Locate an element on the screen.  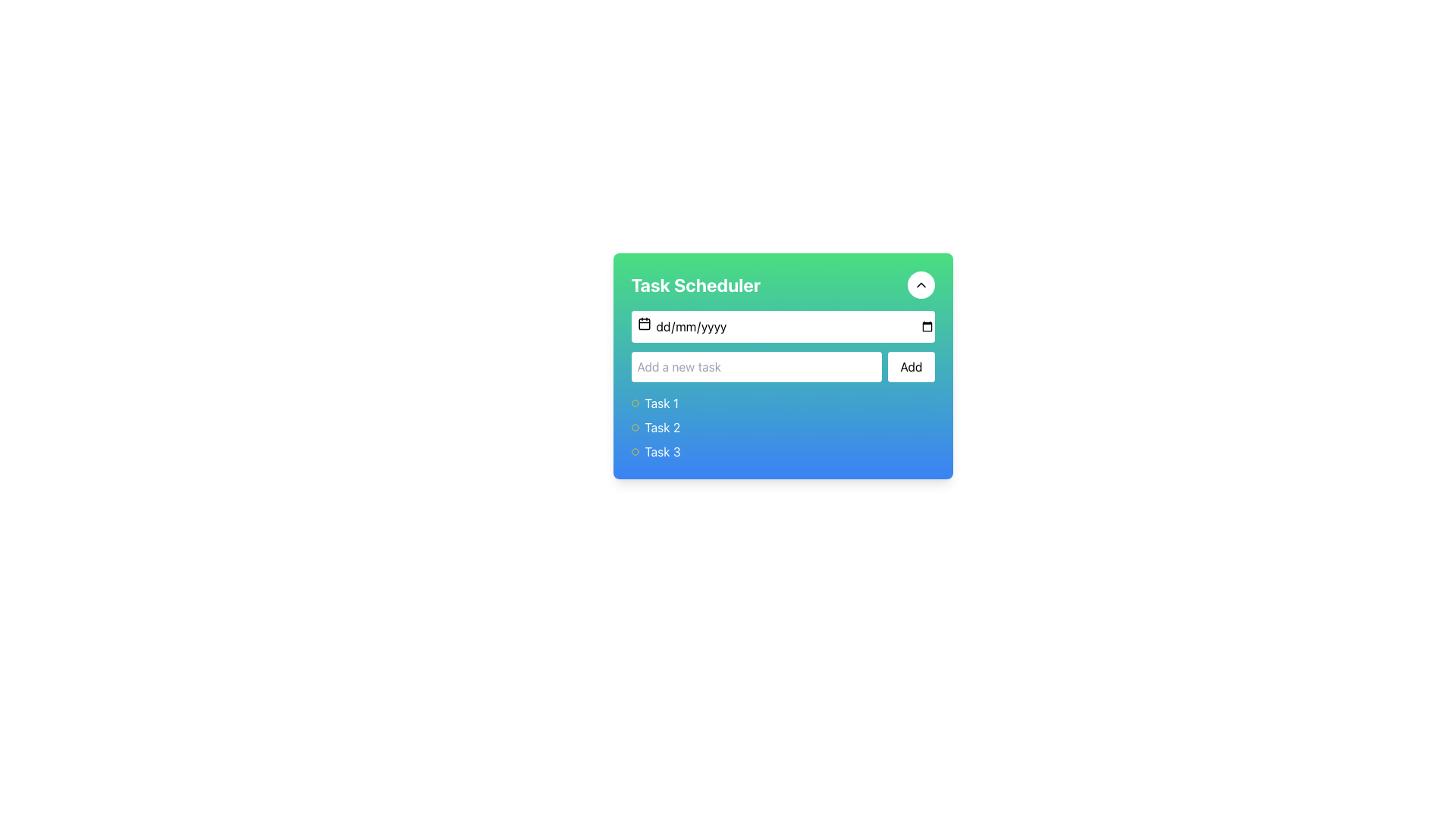
the third task entry in the 'Task Scheduler' list is located at coordinates (783, 451).